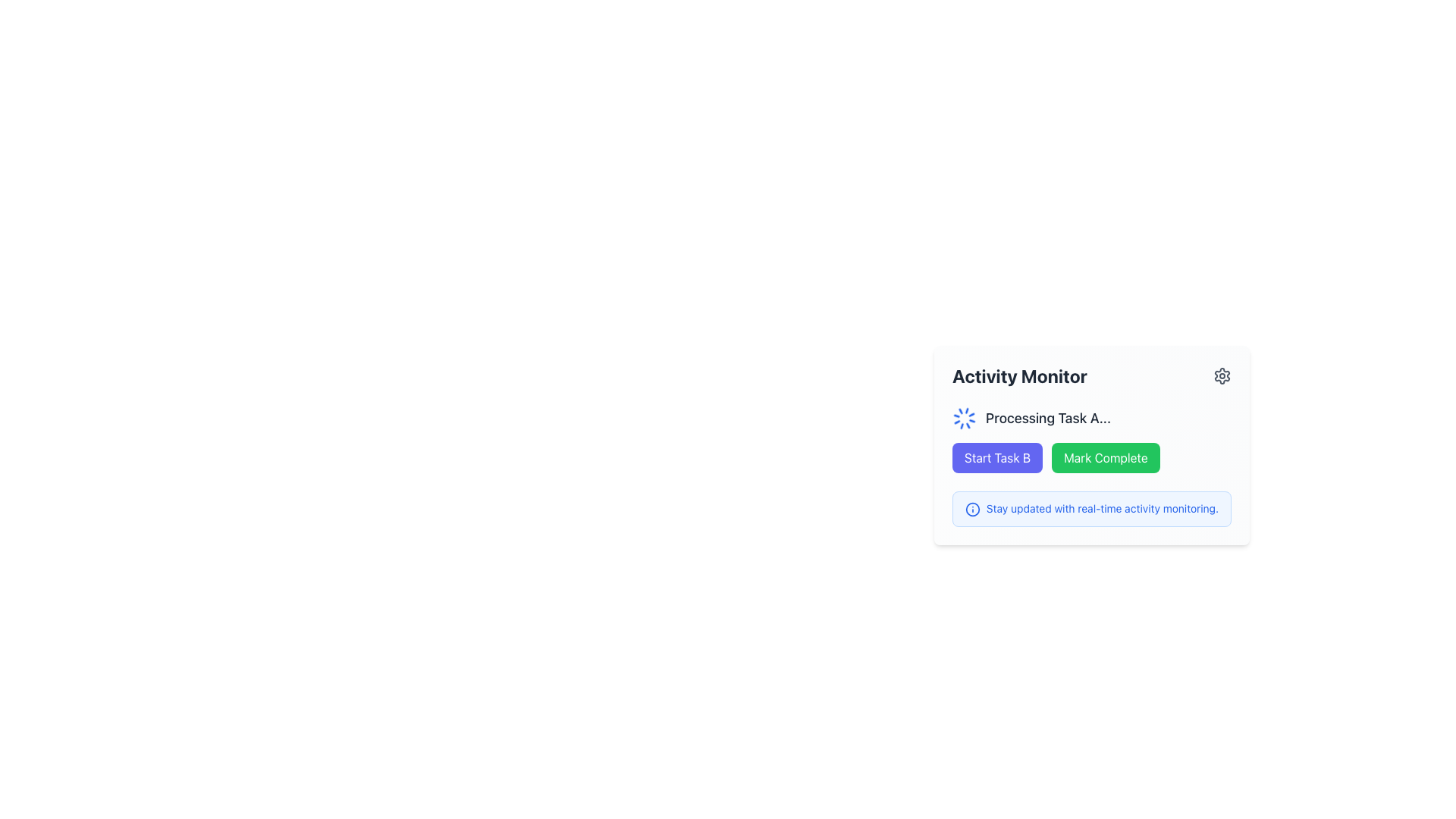 The width and height of the screenshot is (1456, 819). I want to click on SVG Circle element located in the top-right corner of the 'Activity Monitor' widget by using developer tools, so click(972, 510).